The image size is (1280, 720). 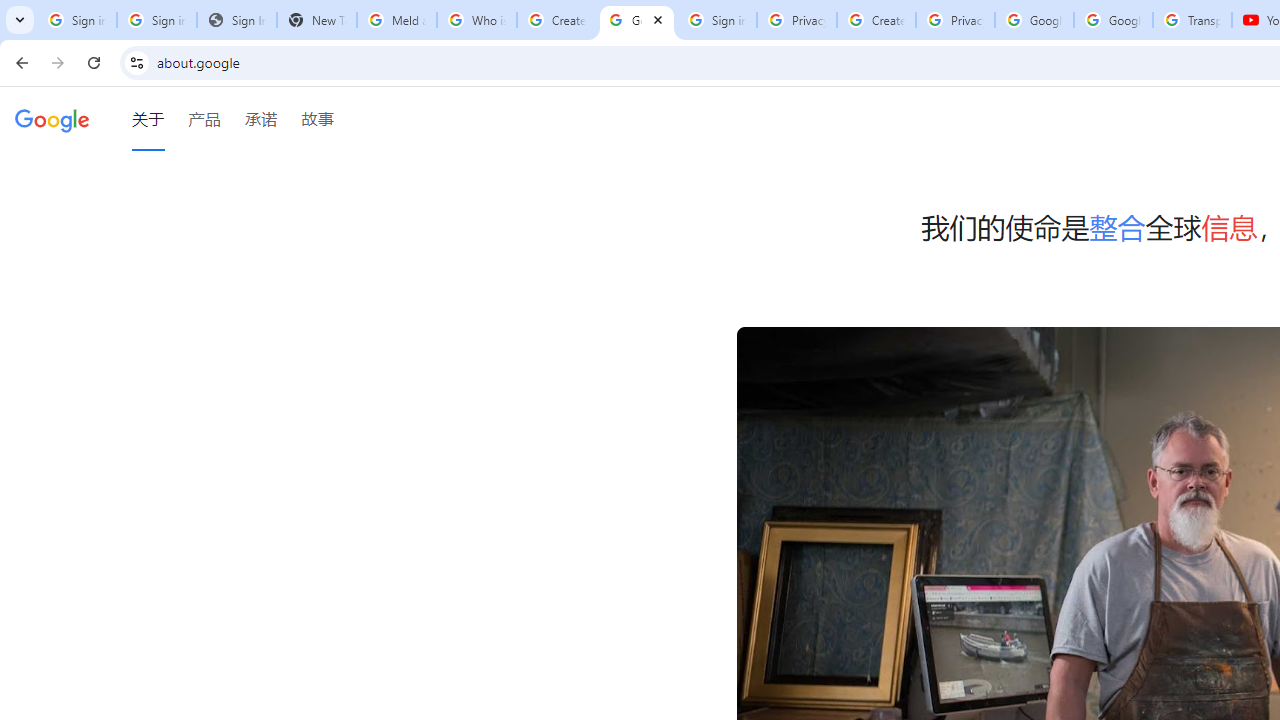 I want to click on 'New Tab', so click(x=315, y=20).